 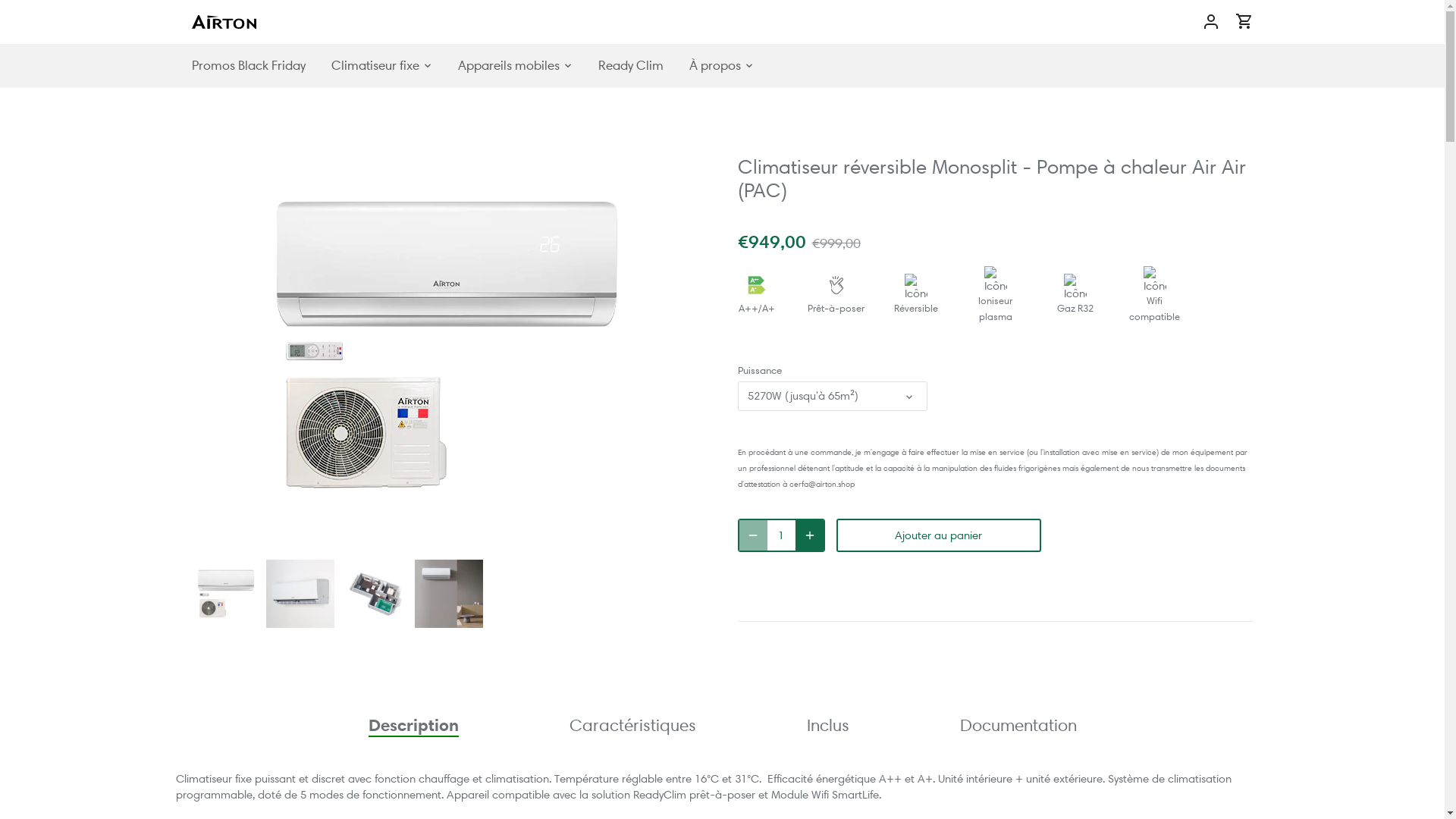 What do you see at coordinates (1018, 724) in the screenshot?
I see `'Documentation'` at bounding box center [1018, 724].